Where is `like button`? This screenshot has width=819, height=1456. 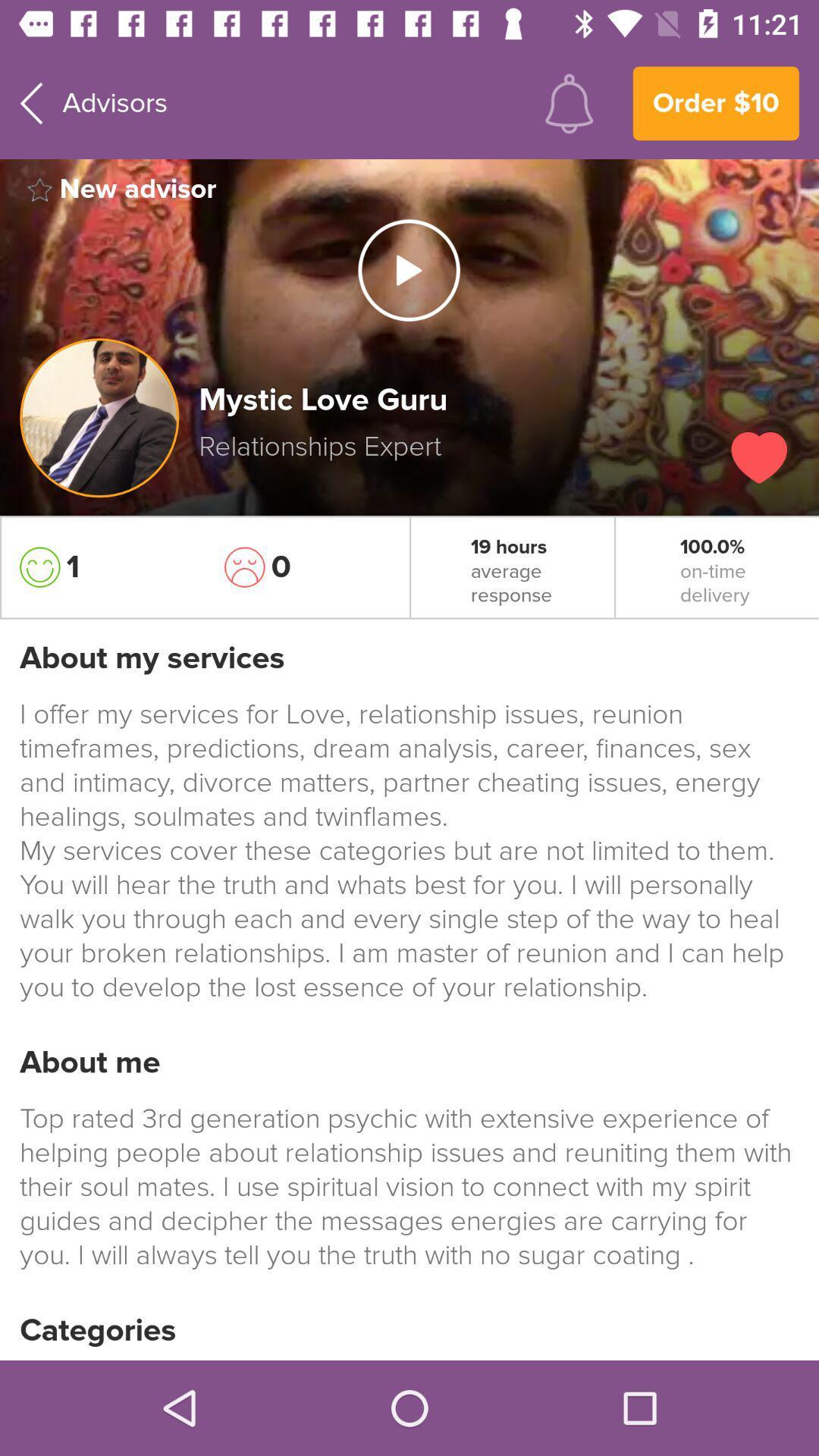
like button is located at coordinates (759, 457).